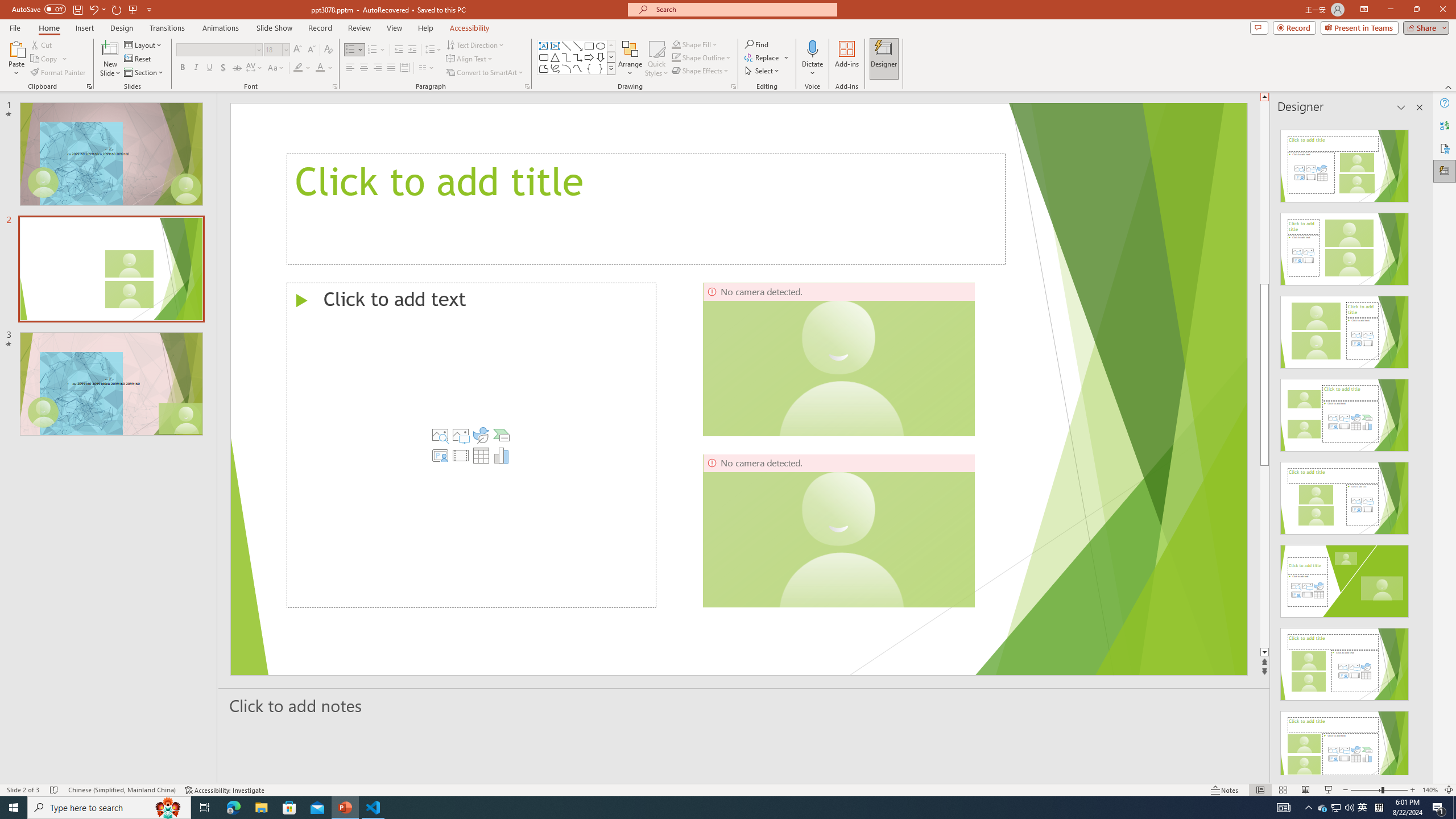 Image resolution: width=1456 pixels, height=819 pixels. Describe the element at coordinates (471, 444) in the screenshot. I see `'Content Placeholder'` at that location.